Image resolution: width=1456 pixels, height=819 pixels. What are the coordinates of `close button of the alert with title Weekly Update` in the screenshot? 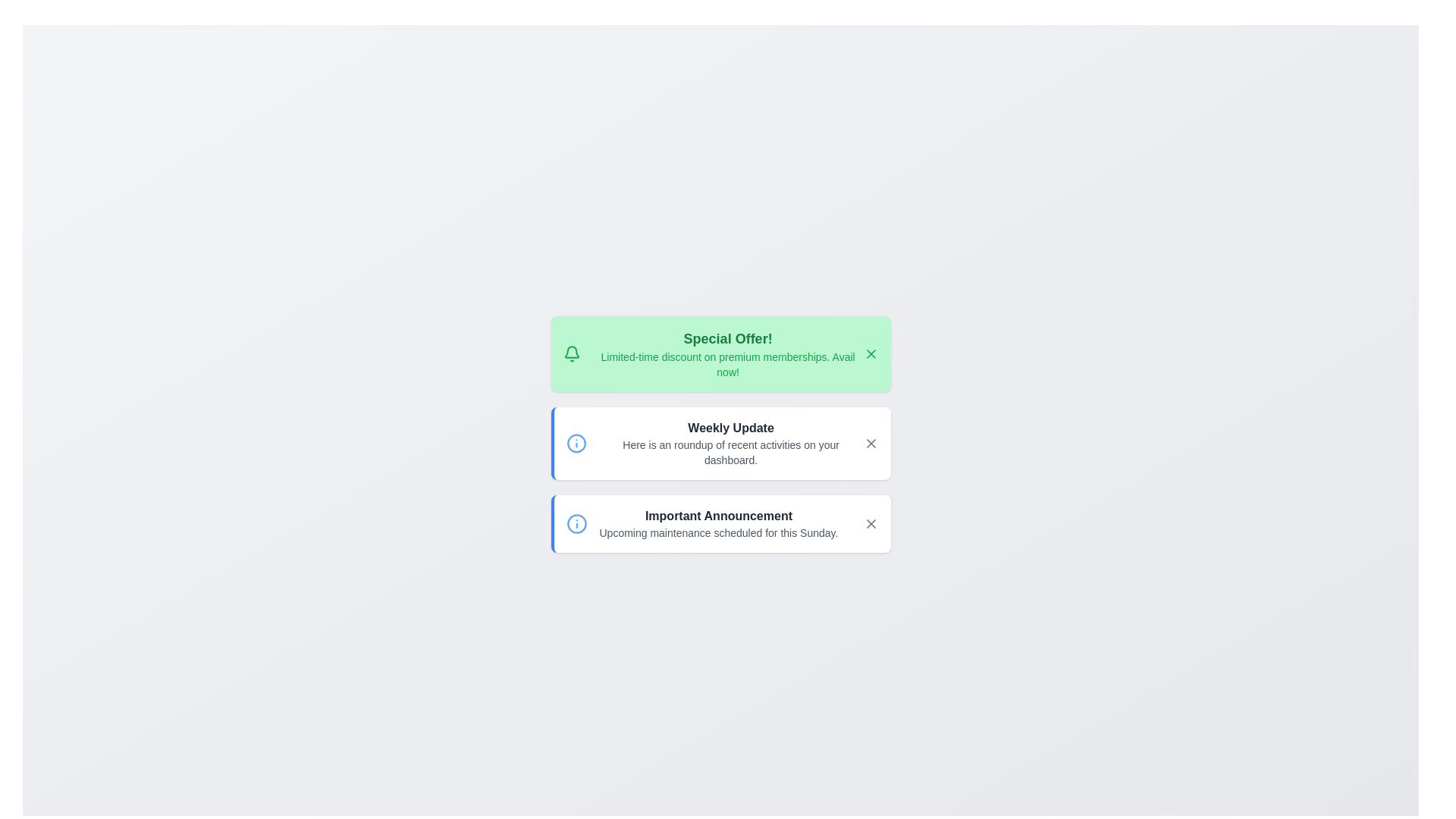 It's located at (871, 444).